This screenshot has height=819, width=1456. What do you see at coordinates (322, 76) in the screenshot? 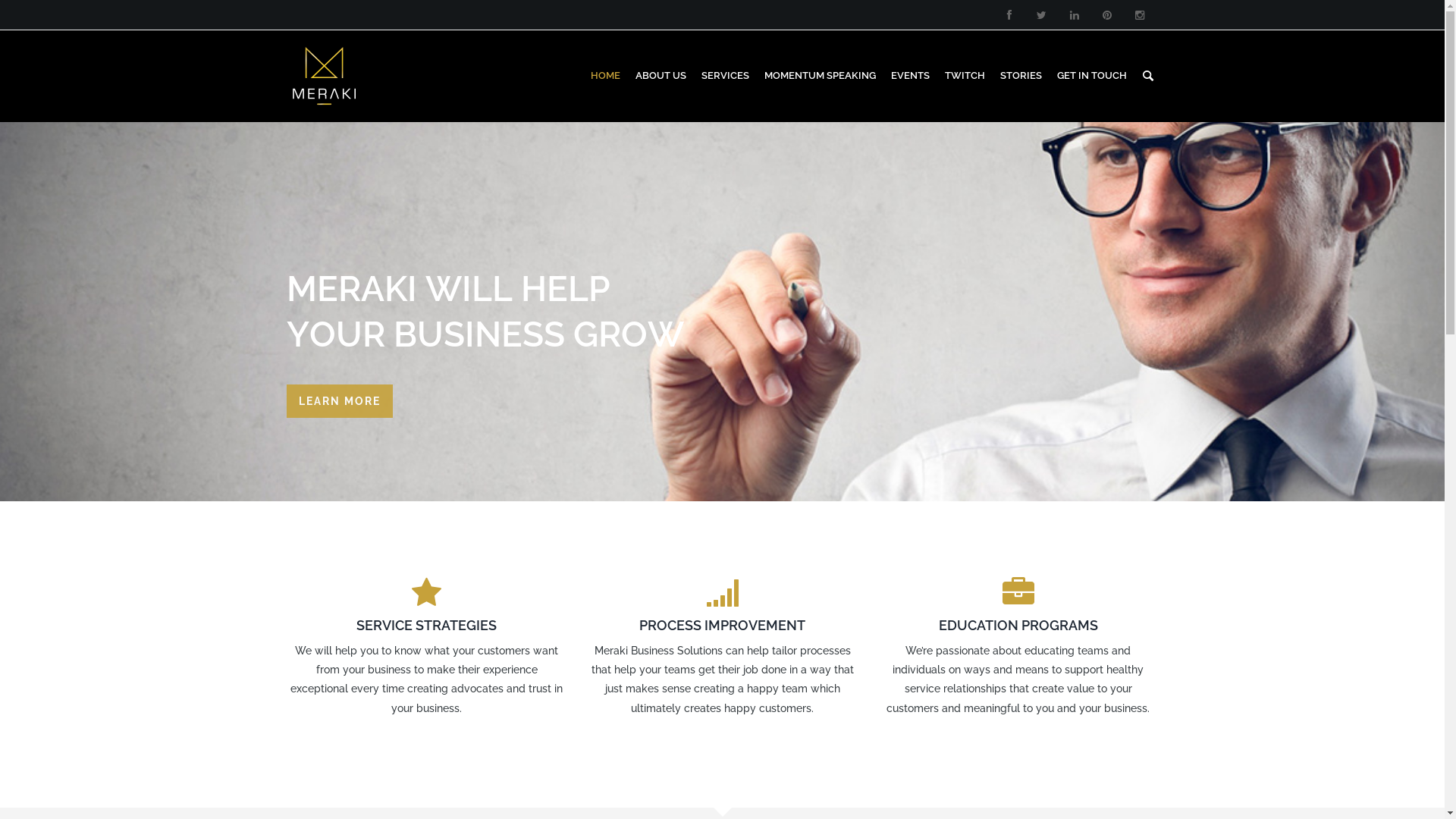
I see `'Meraki Business Solutions'` at bounding box center [322, 76].